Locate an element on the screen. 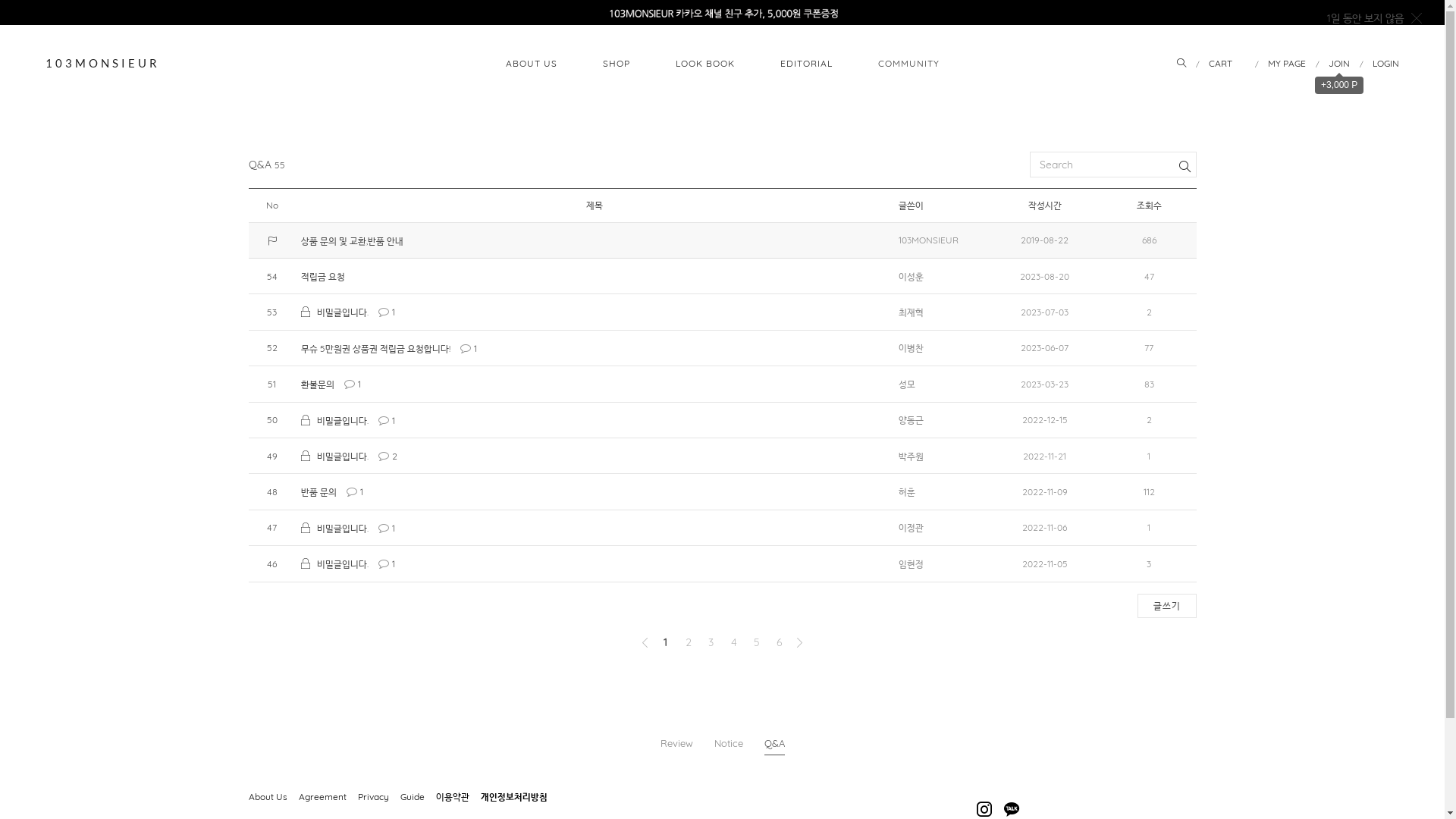  '1' is located at coordinates (656, 642).